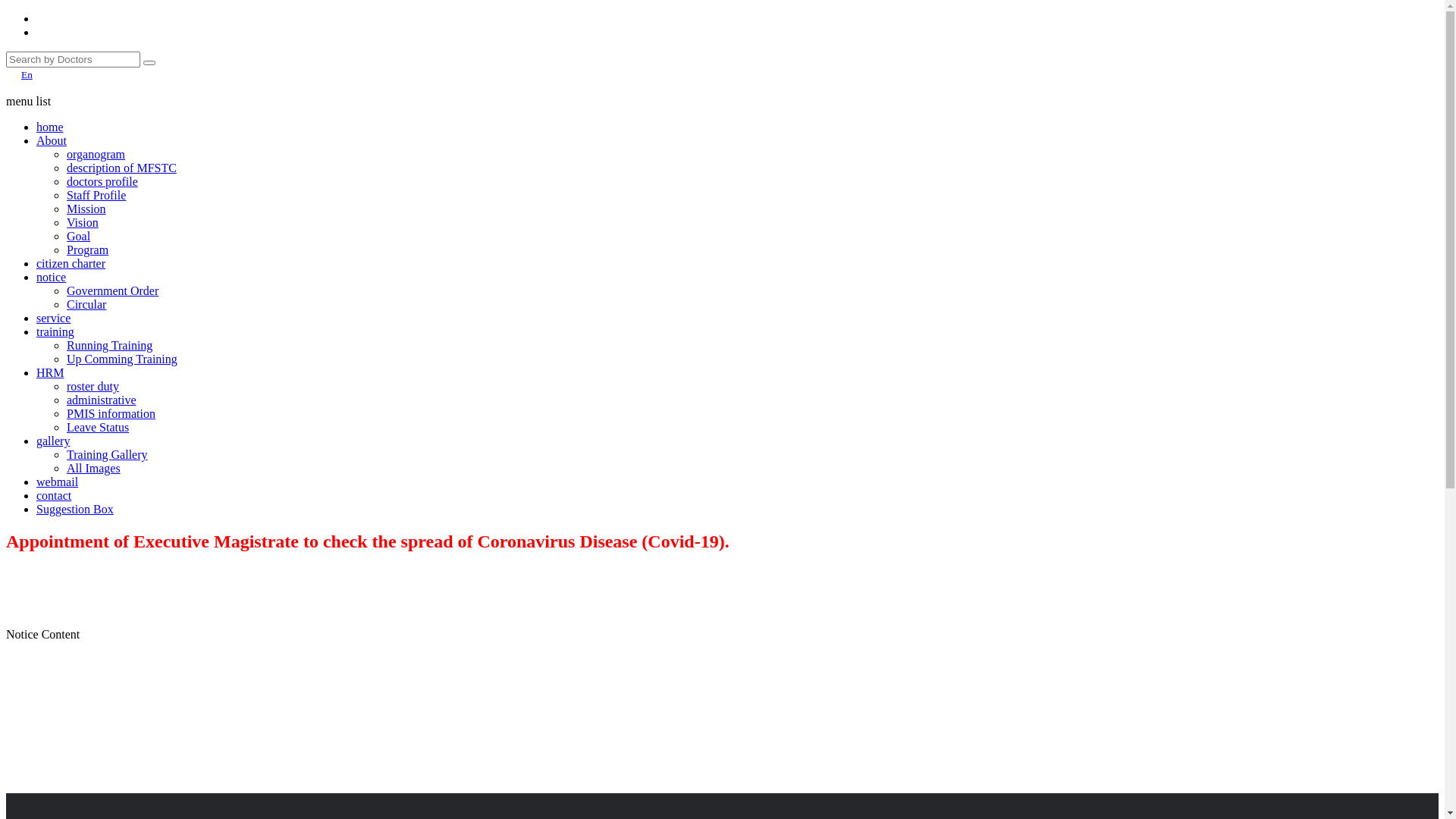 Image resolution: width=1456 pixels, height=819 pixels. What do you see at coordinates (86, 304) in the screenshot?
I see `'Circular'` at bounding box center [86, 304].